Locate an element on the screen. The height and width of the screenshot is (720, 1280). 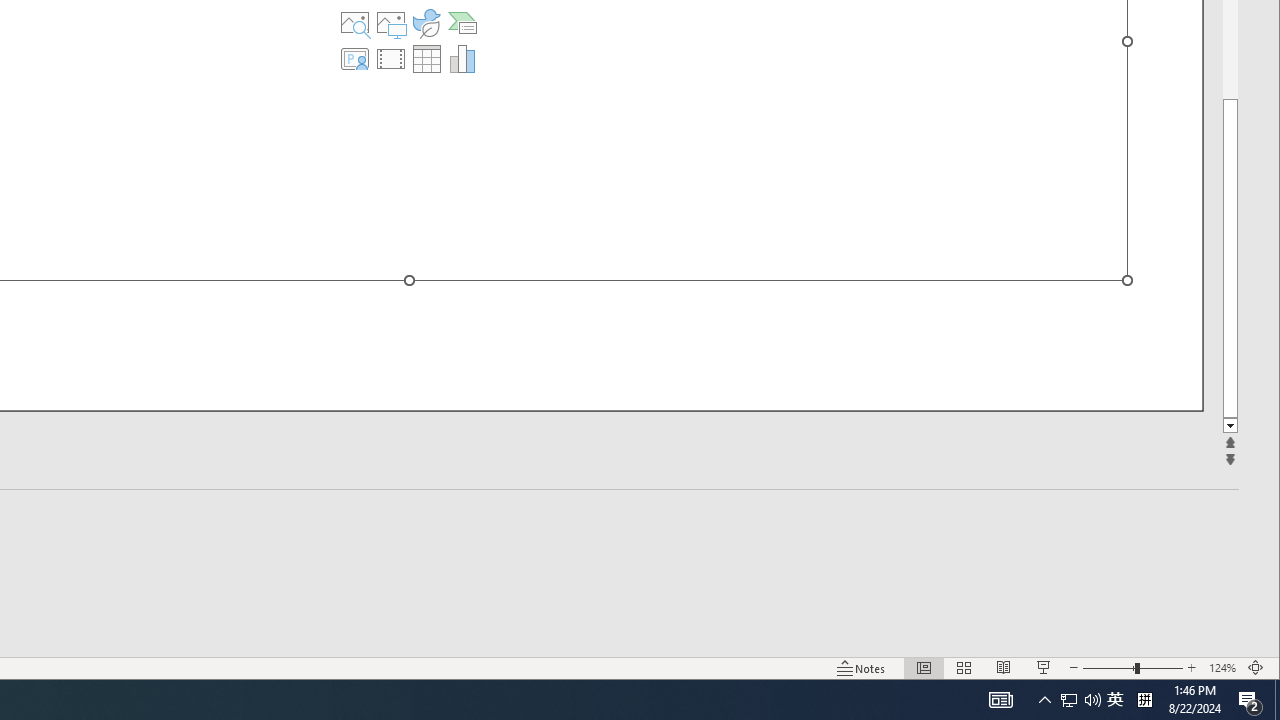
'Tray Input Indicator - Chinese (Simplified, China)' is located at coordinates (1144, 698).